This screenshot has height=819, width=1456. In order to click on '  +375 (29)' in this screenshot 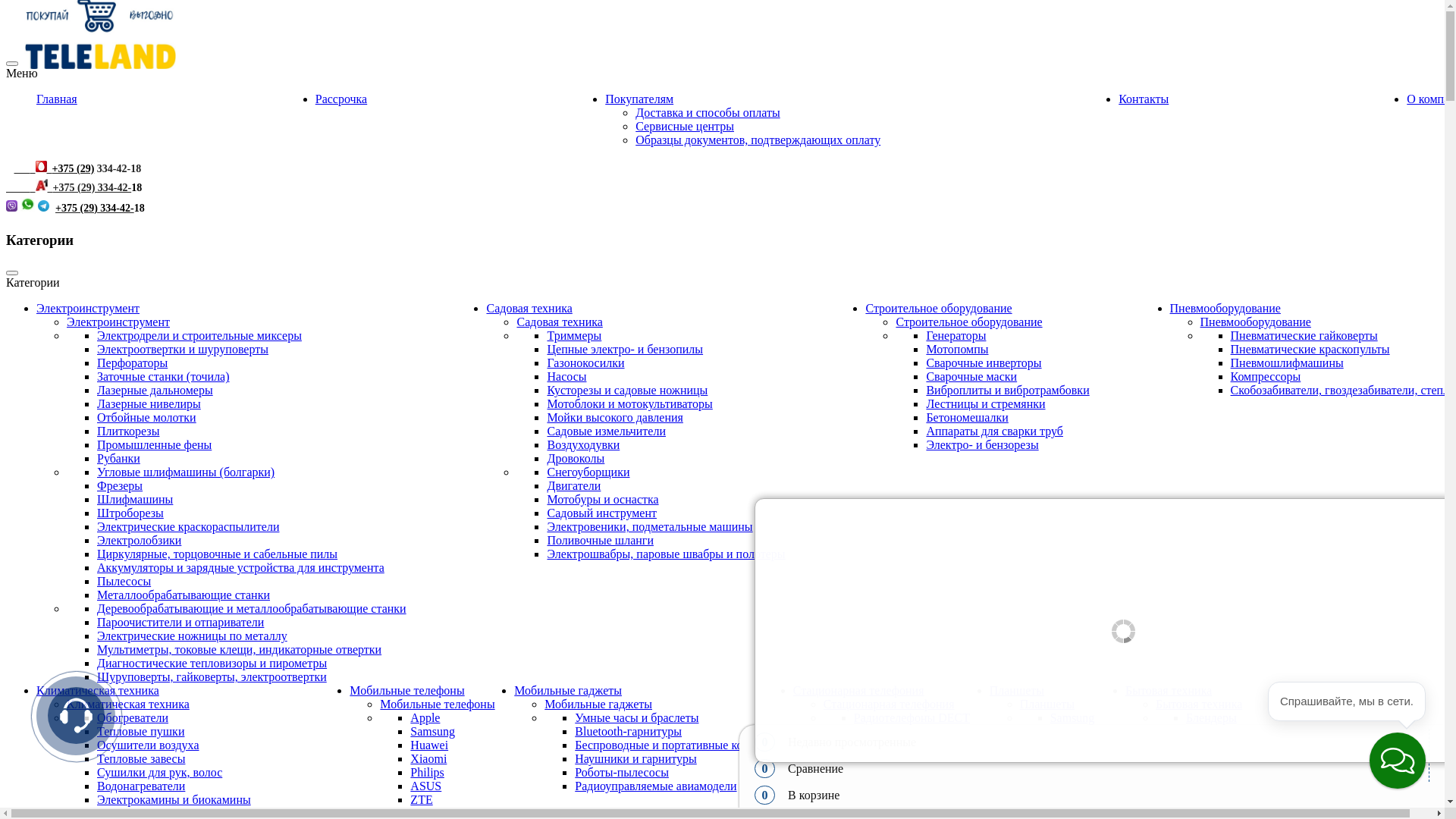, I will do `click(70, 168)`.